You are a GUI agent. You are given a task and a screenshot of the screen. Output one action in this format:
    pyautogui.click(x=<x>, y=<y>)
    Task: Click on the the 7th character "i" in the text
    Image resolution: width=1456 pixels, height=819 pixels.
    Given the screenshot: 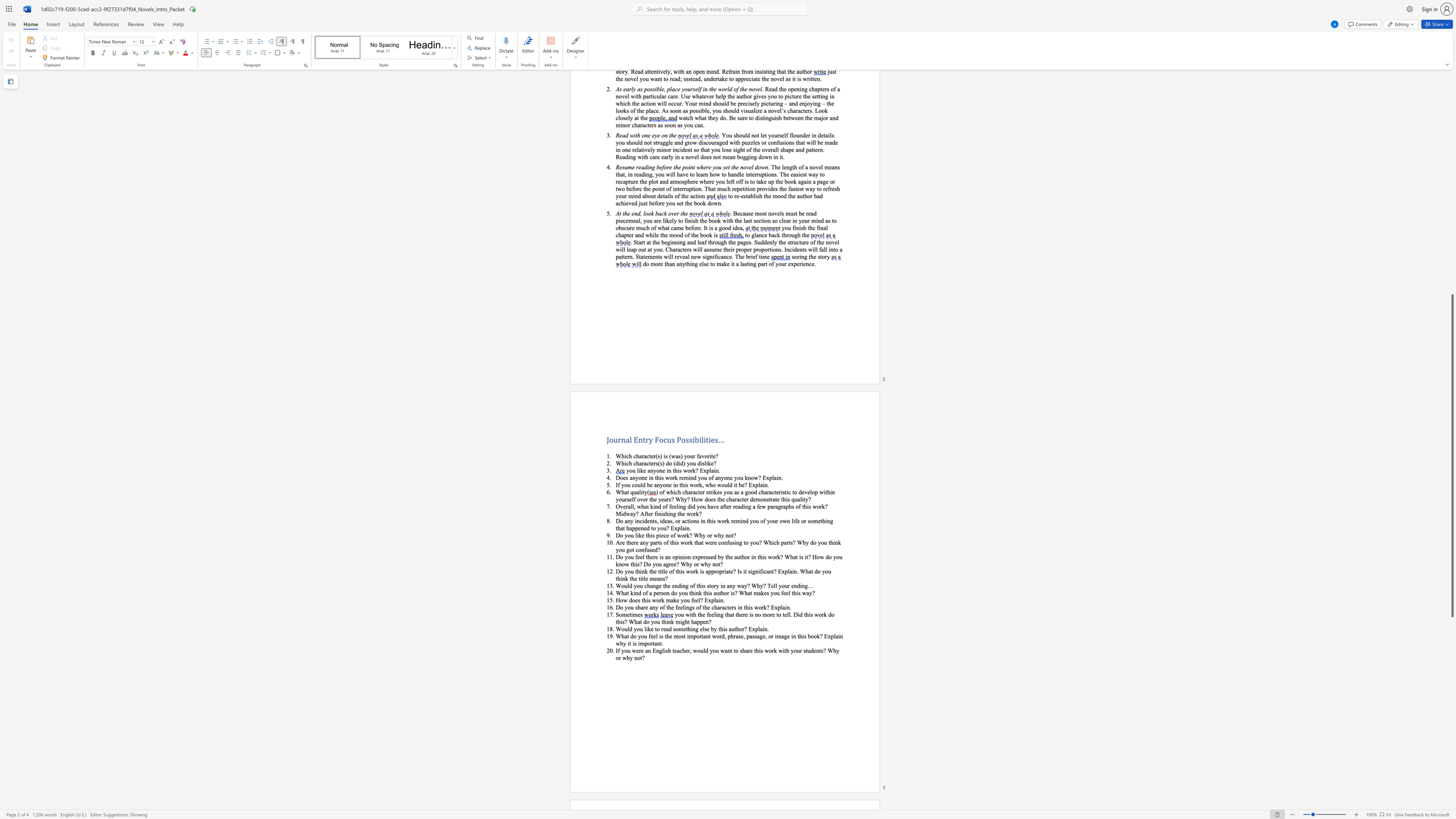 What is the action you would take?
    pyautogui.click(x=628, y=643)
    